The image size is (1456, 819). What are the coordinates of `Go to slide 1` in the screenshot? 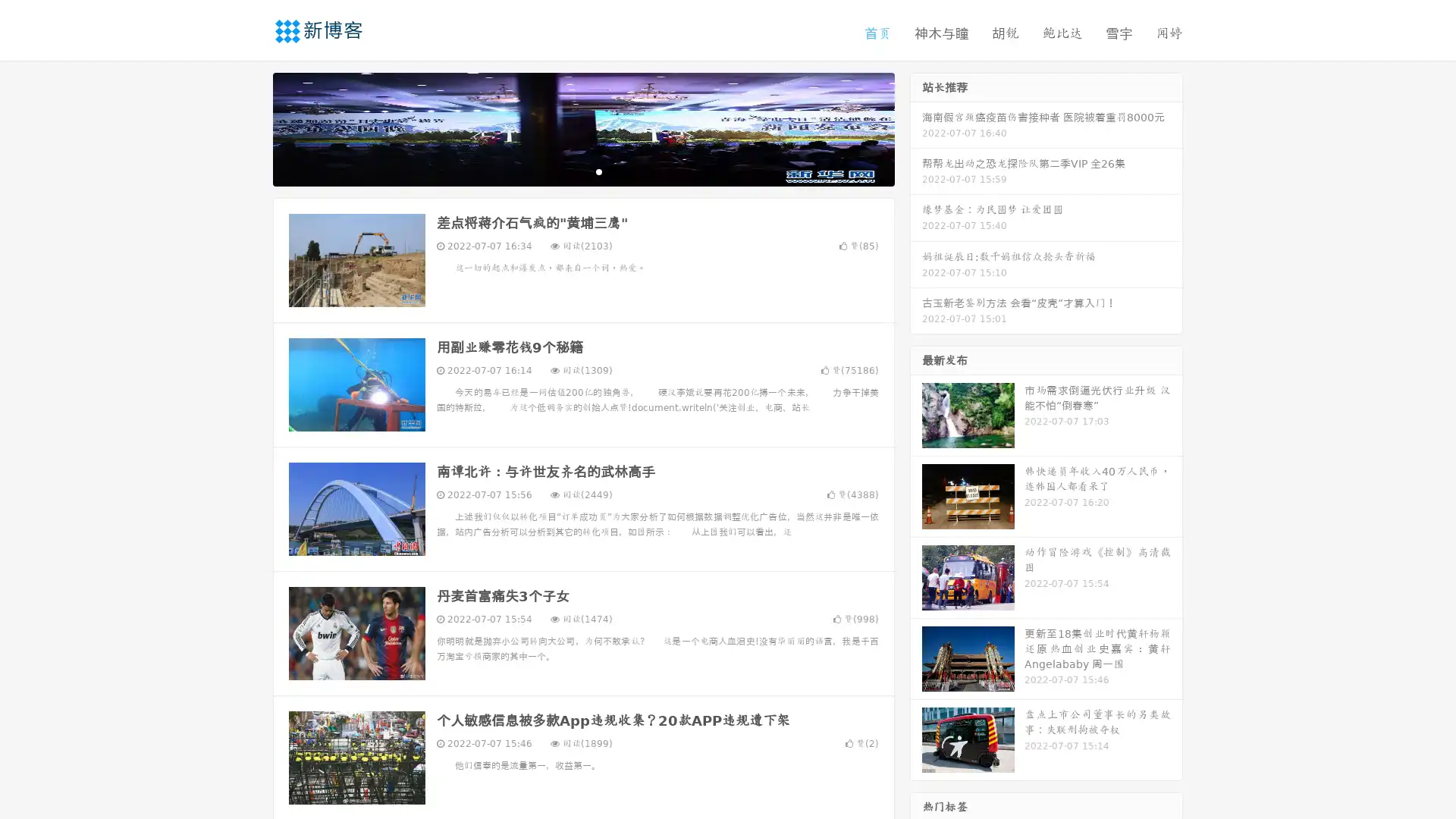 It's located at (567, 171).